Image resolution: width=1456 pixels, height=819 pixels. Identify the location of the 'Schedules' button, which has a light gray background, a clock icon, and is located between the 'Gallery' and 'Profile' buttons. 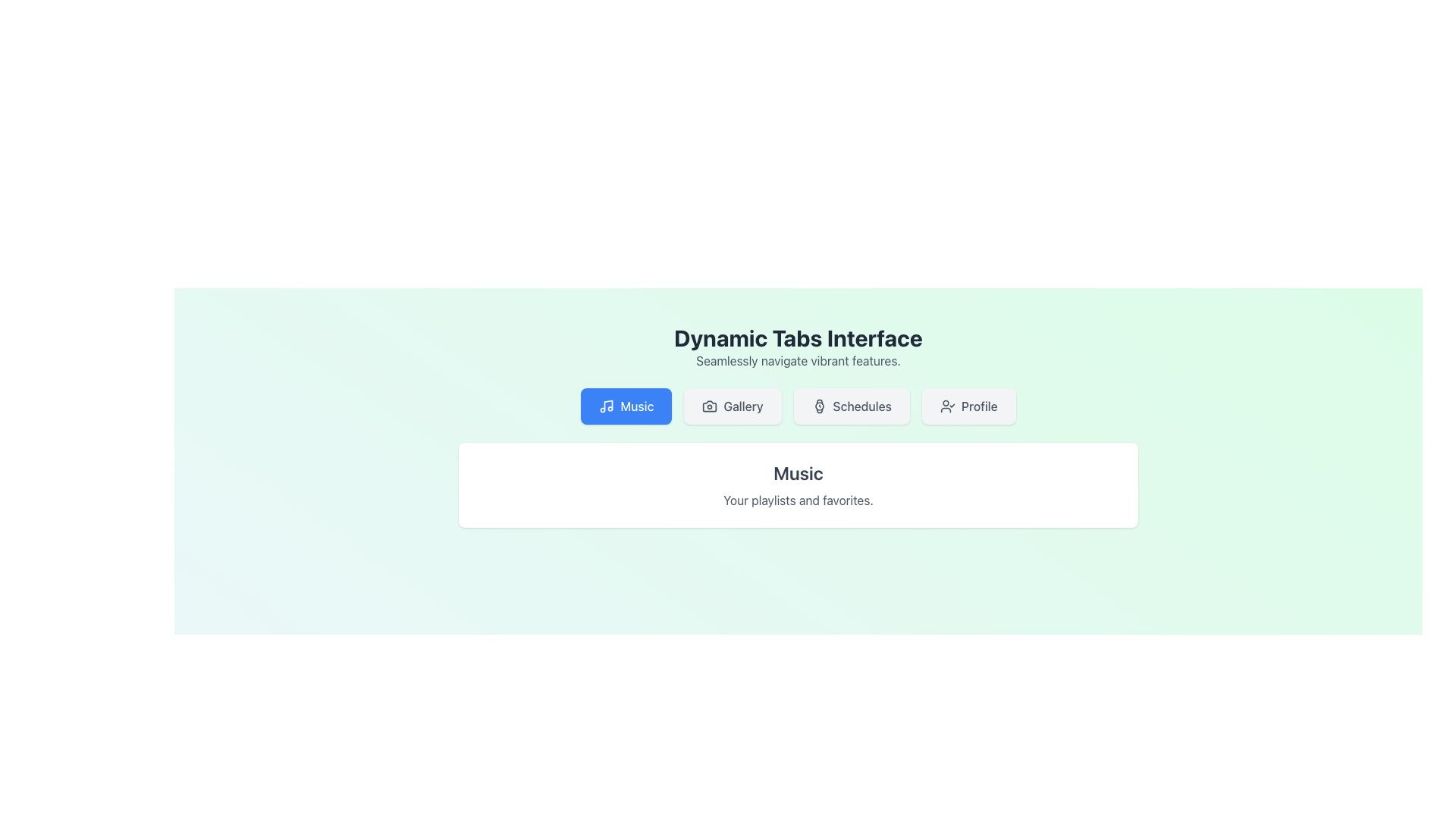
(852, 406).